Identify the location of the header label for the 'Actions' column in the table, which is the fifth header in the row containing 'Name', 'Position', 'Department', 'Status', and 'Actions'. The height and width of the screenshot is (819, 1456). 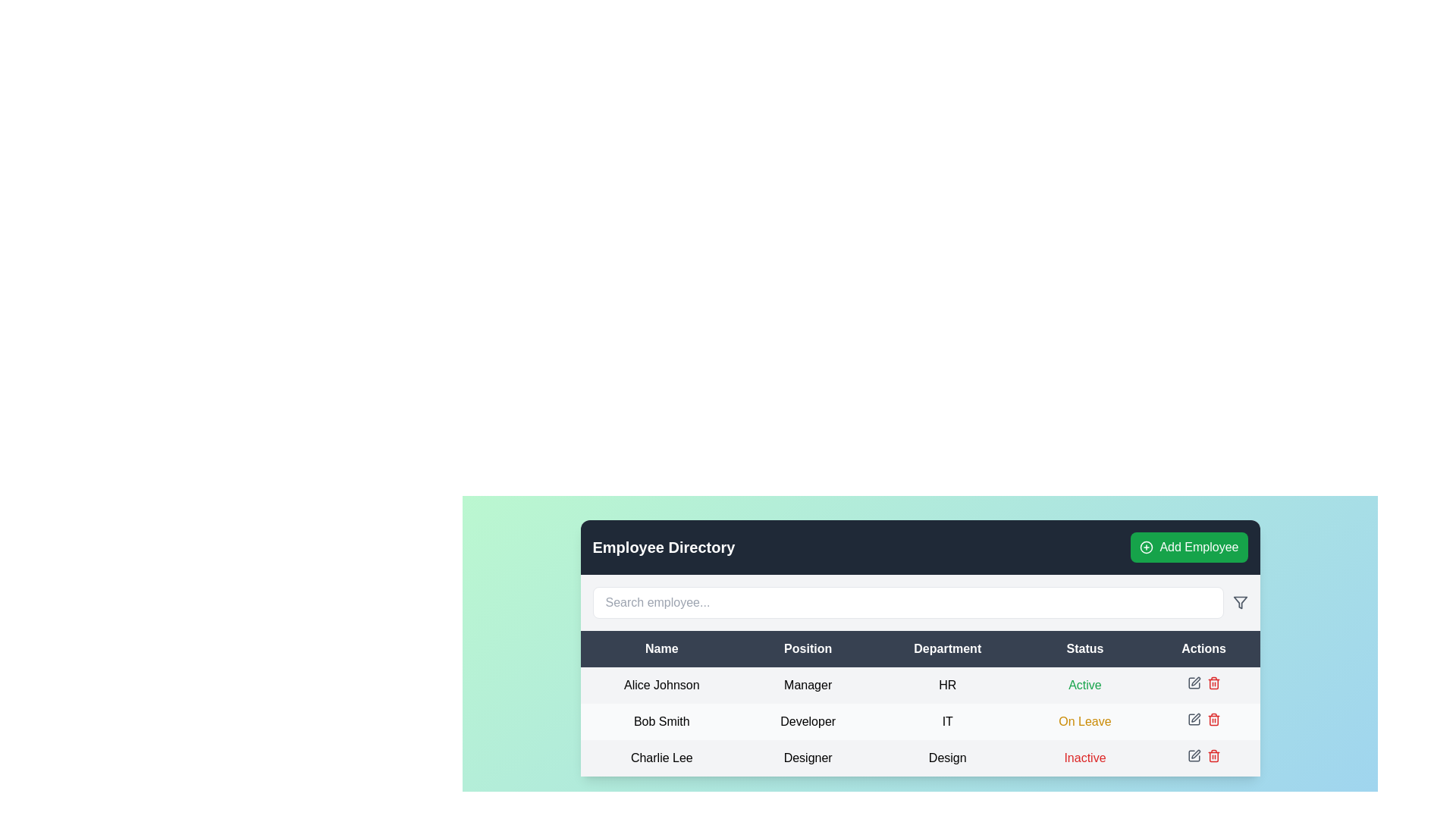
(1203, 648).